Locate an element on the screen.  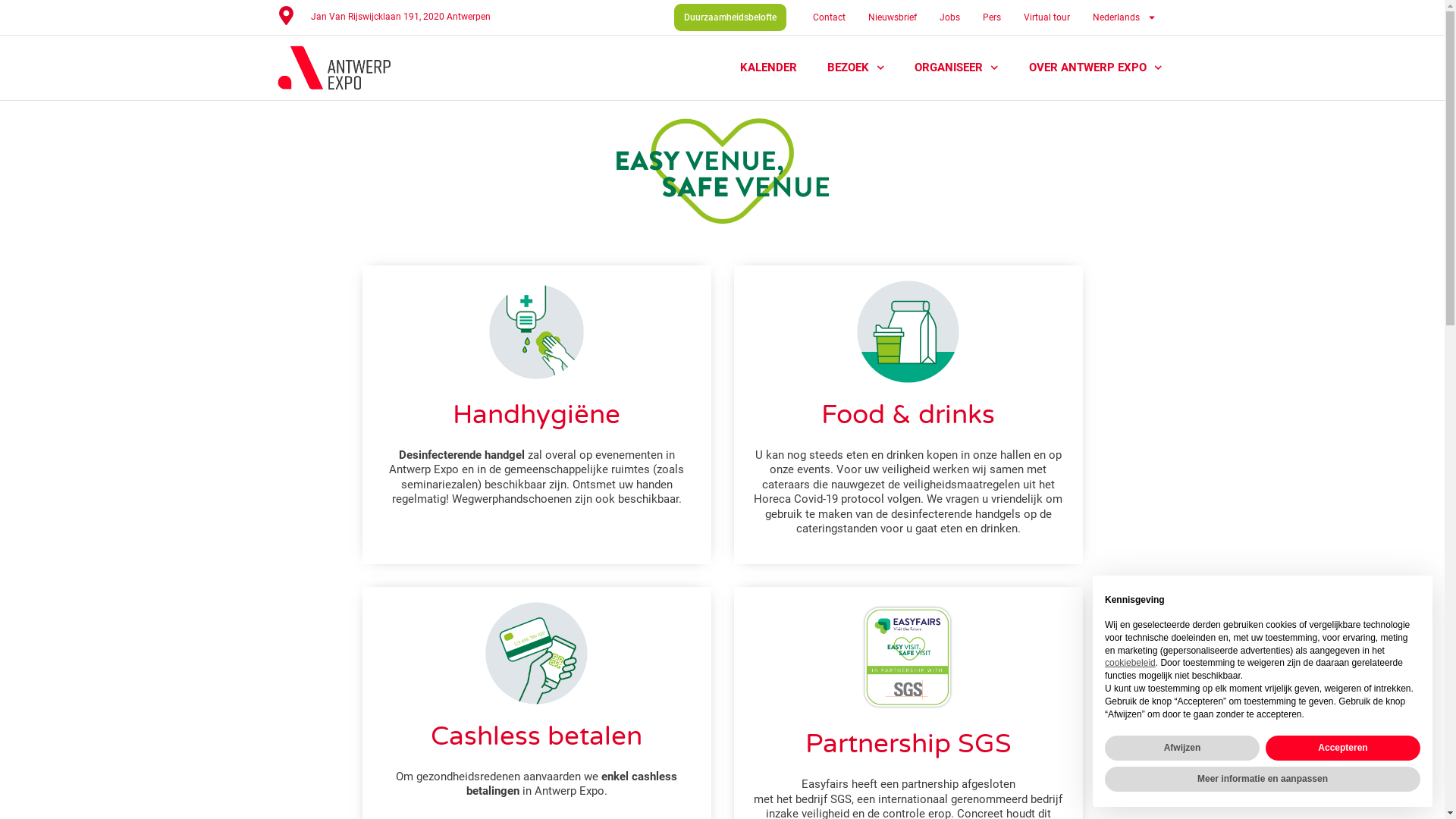
'Pers' is located at coordinates (992, 17).